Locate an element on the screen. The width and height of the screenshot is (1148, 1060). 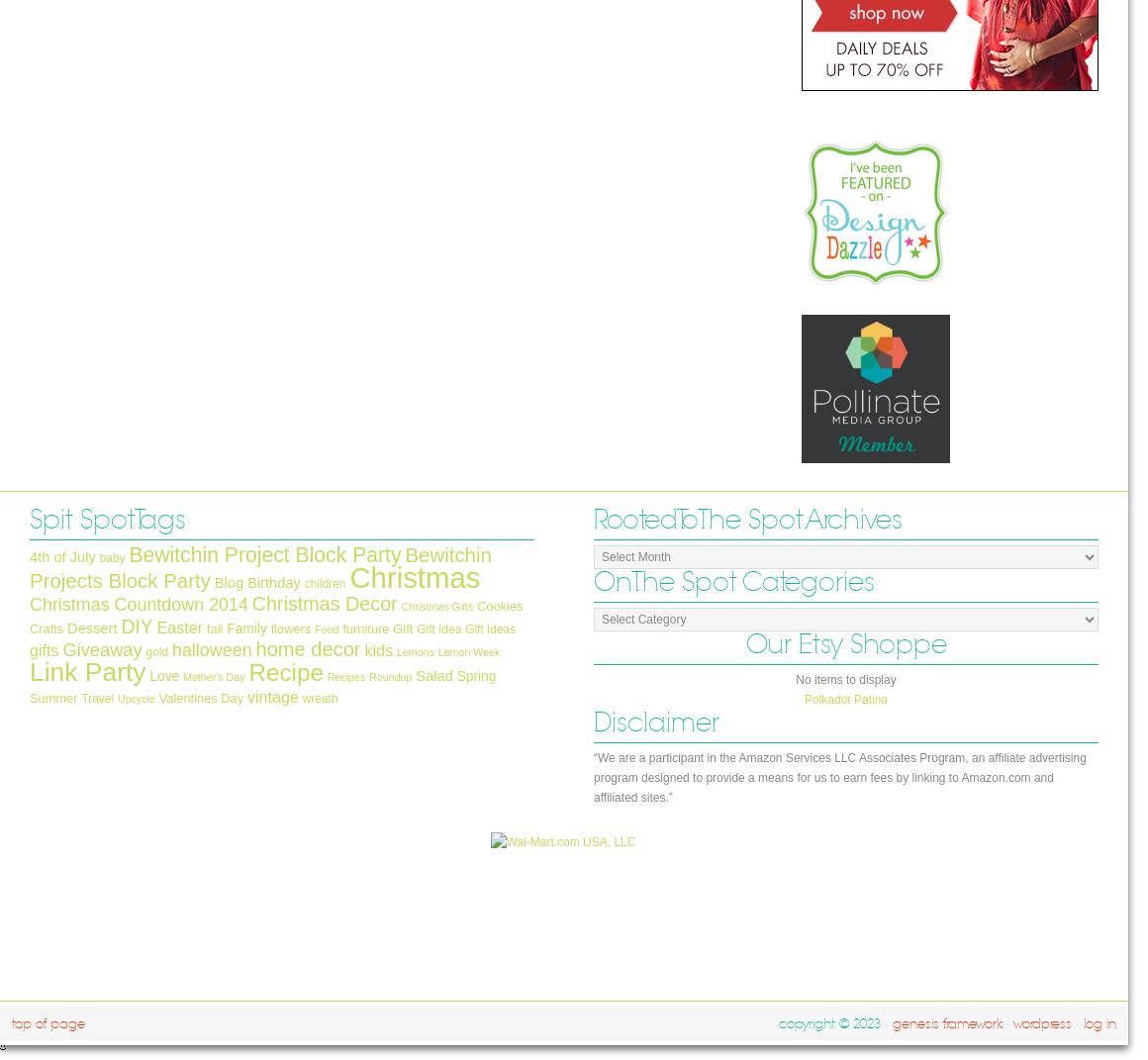
'Summer' is located at coordinates (53, 698).